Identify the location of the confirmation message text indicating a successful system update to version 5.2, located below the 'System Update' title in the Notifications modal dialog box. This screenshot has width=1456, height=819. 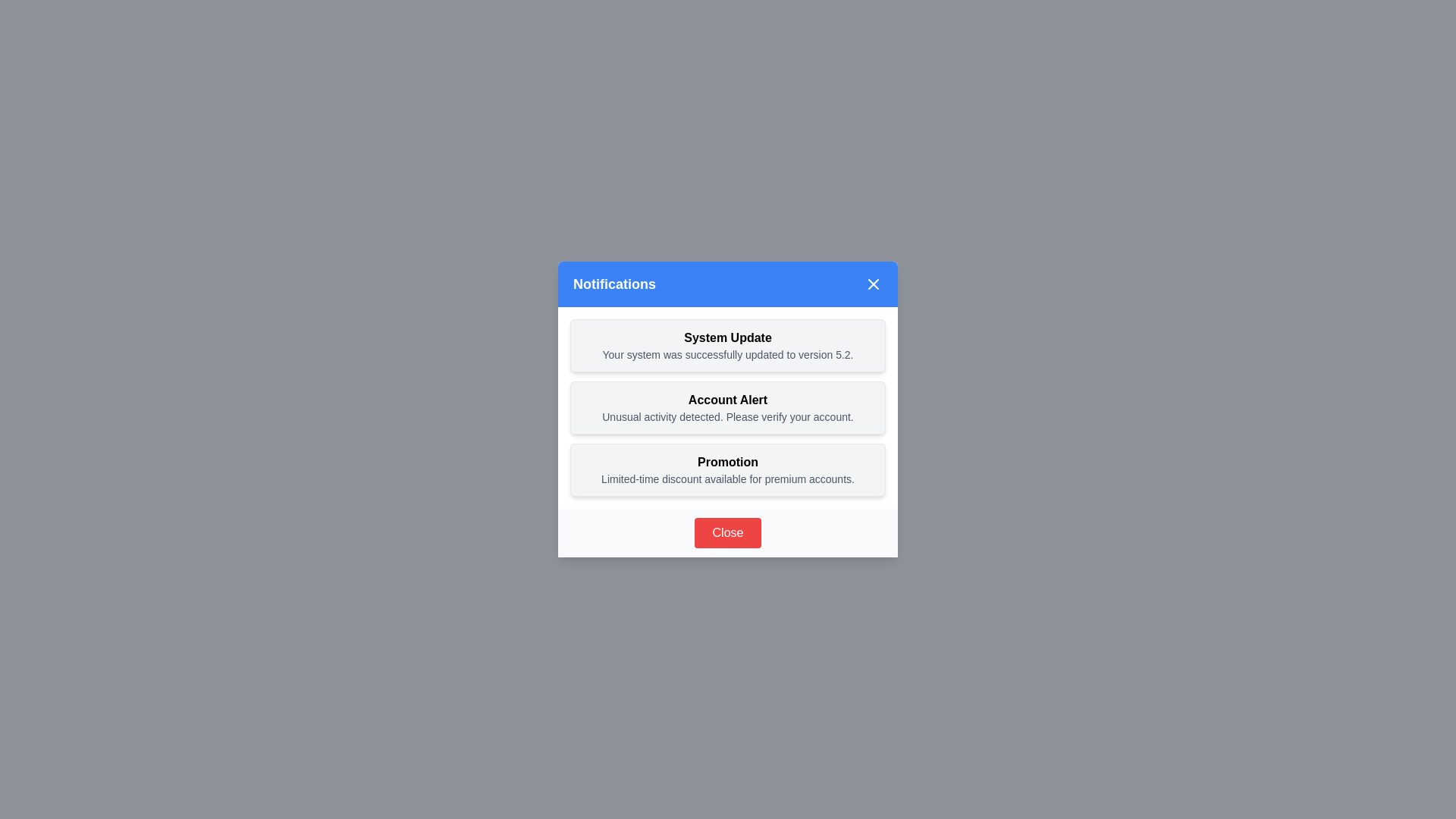
(728, 354).